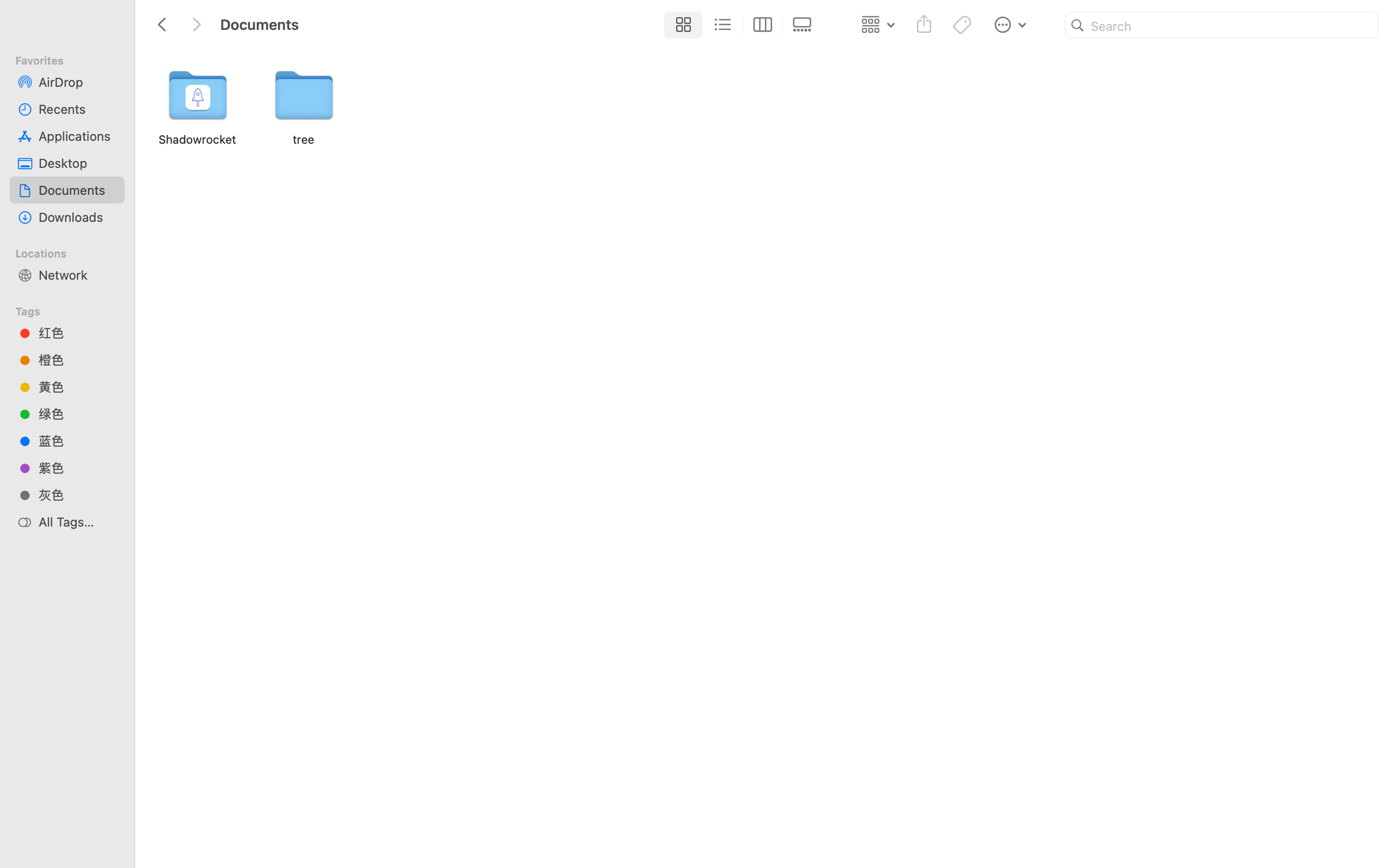 The image size is (1390, 868). I want to click on '紫色', so click(77, 467).